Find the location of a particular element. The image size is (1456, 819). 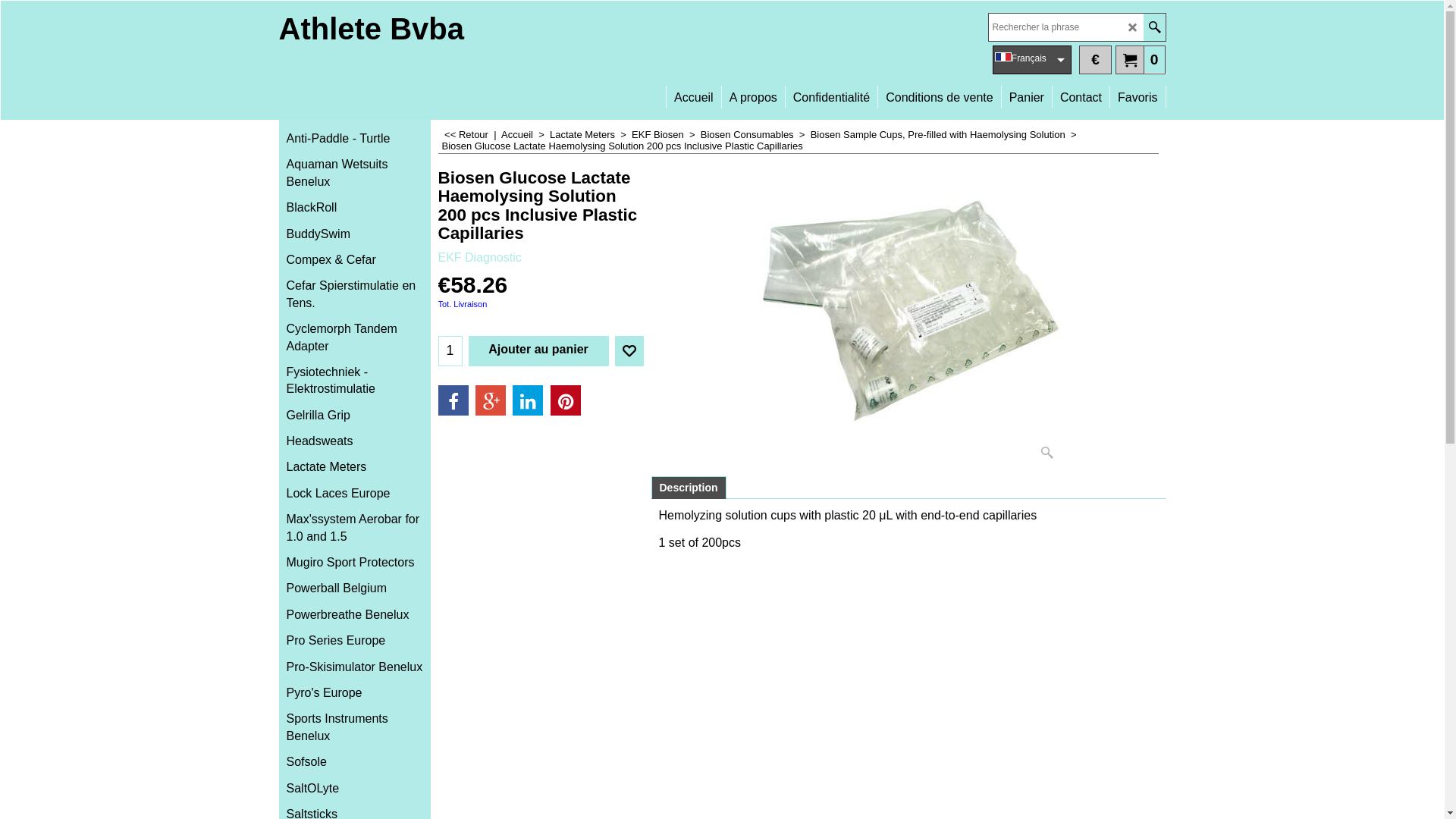

'Conditions de vente' is located at coordinates (938, 90).